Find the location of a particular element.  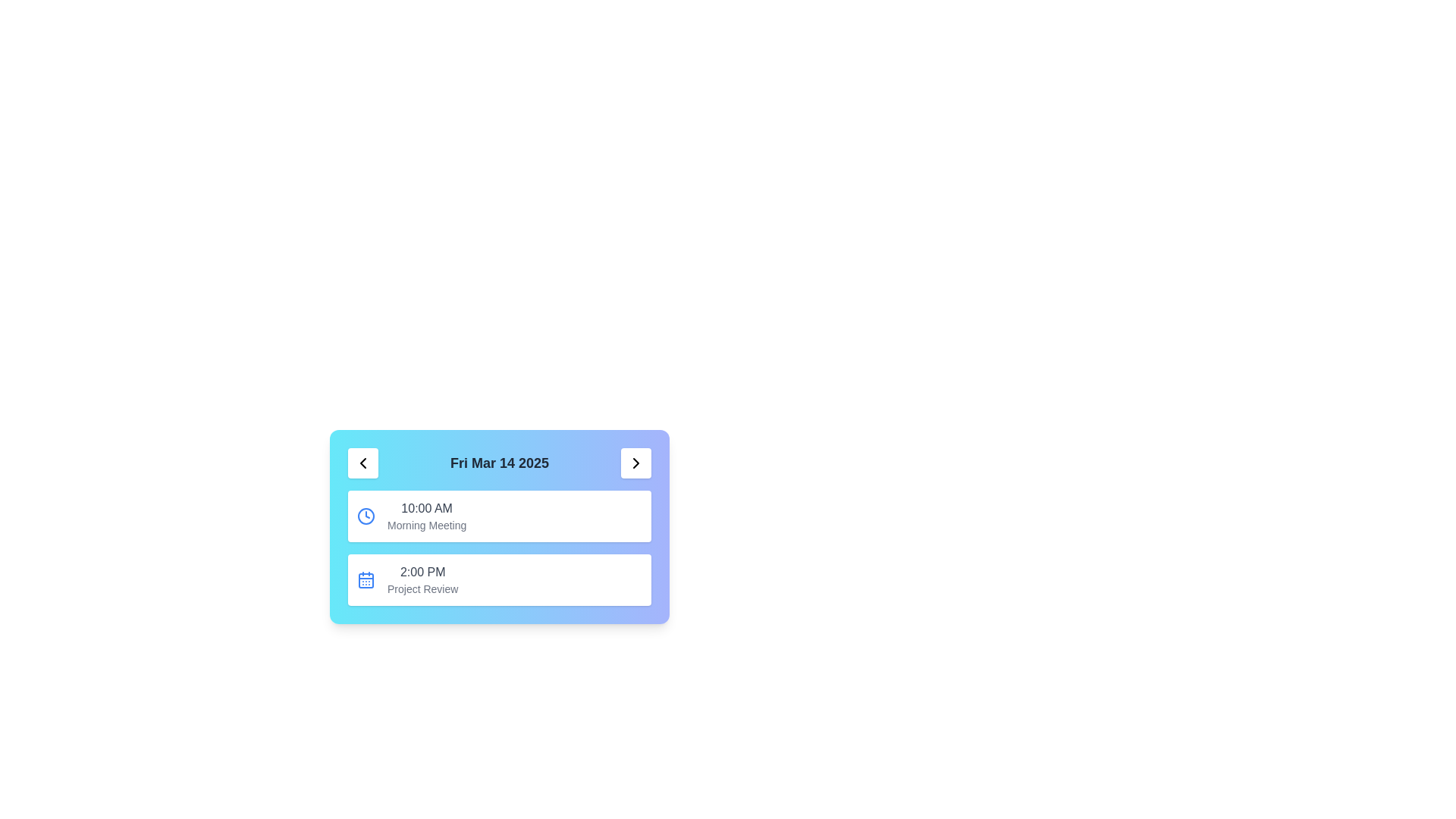

the blue calendar icon with a white background located in the second event row labeled '2:00 PM Project Review' is located at coordinates (366, 579).